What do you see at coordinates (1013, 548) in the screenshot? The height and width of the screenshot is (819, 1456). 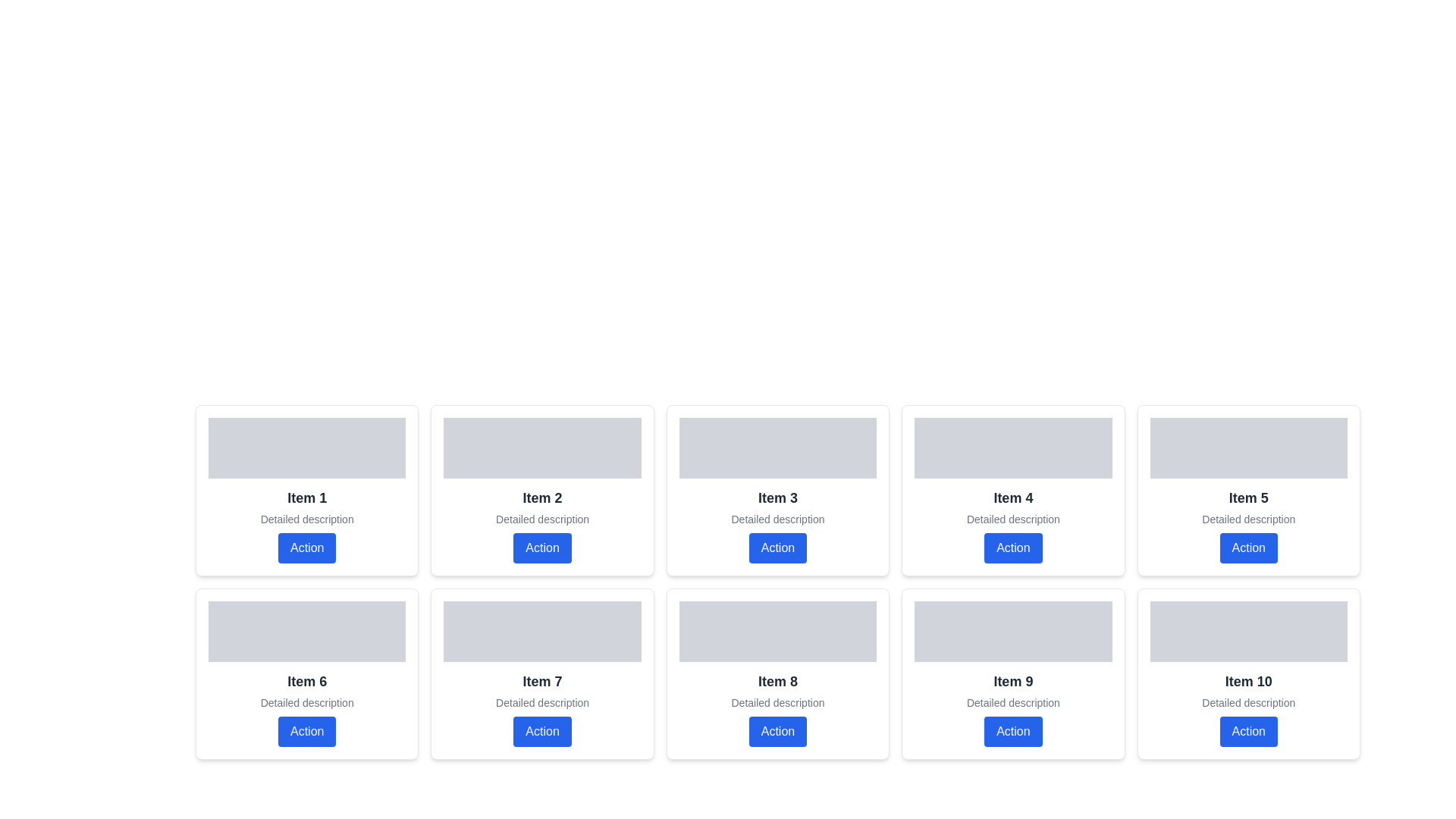 I see `the blue rounded button labeled 'Action' located below the descriptive text of 'Item 4'` at bounding box center [1013, 548].